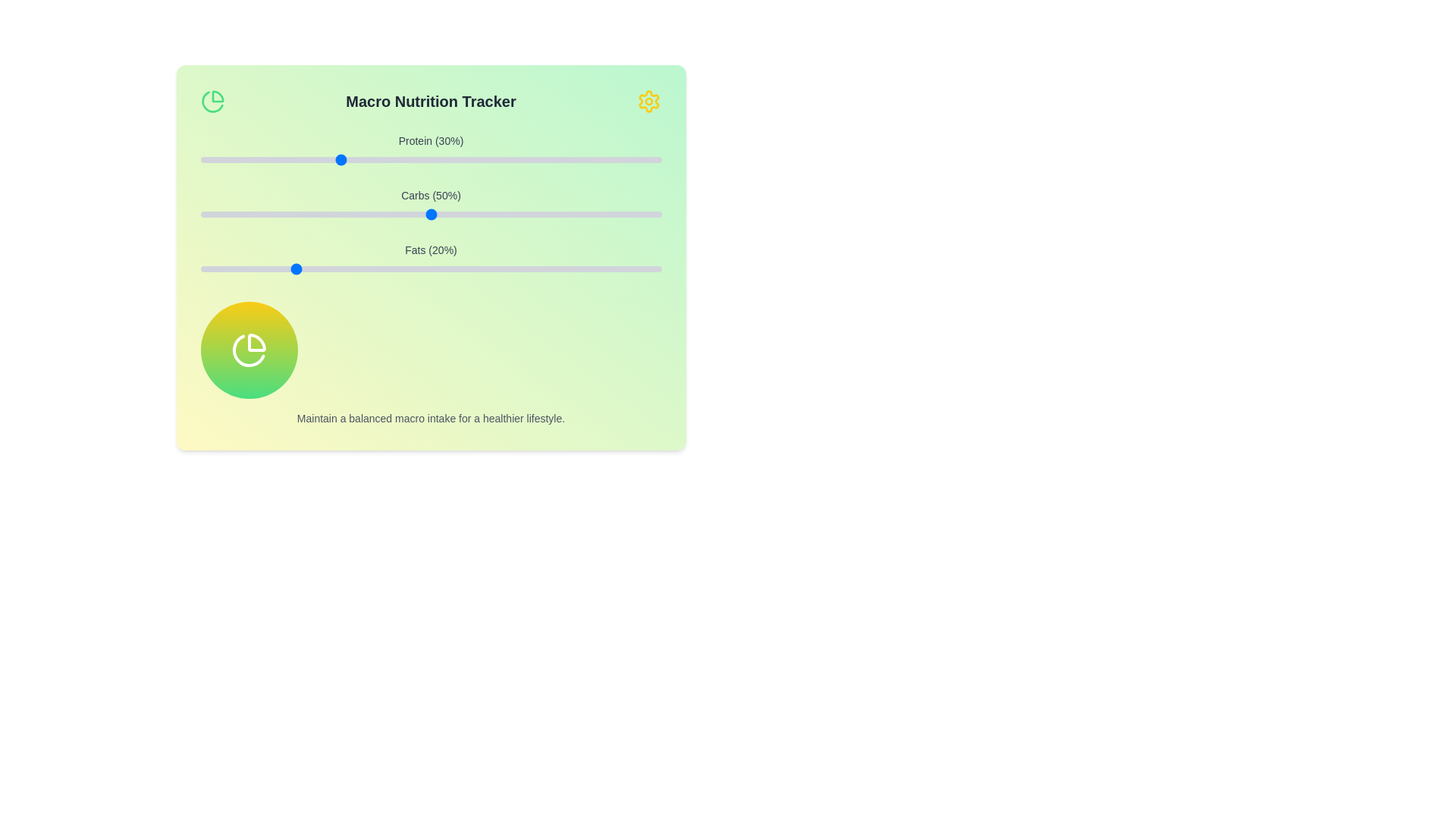 Image resolution: width=1456 pixels, height=819 pixels. What do you see at coordinates (648, 102) in the screenshot?
I see `the settings icon in the header` at bounding box center [648, 102].